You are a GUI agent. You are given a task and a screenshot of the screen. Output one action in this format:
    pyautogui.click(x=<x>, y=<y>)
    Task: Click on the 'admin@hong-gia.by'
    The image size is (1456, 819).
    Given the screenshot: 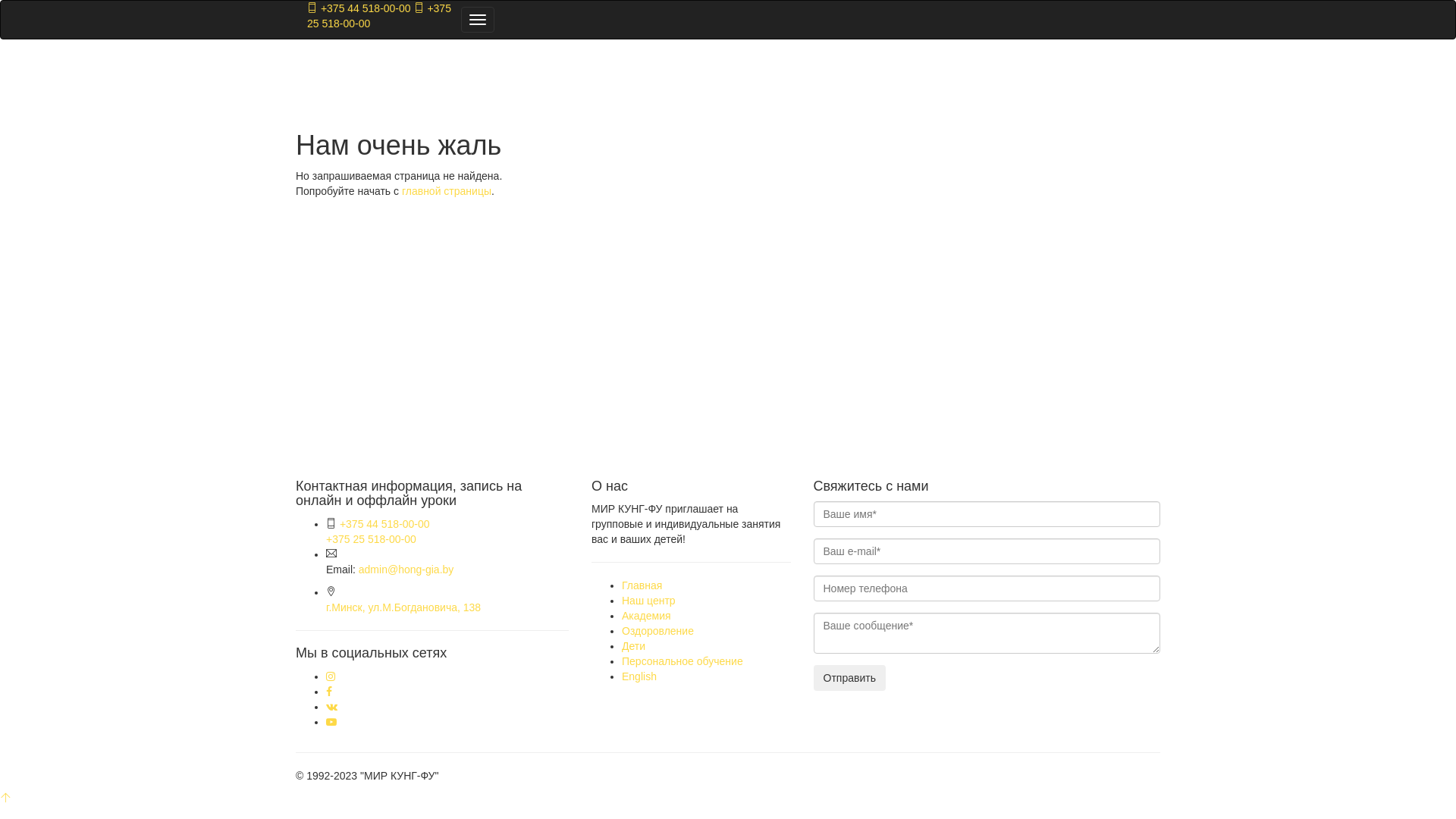 What is the action you would take?
    pyautogui.click(x=358, y=570)
    